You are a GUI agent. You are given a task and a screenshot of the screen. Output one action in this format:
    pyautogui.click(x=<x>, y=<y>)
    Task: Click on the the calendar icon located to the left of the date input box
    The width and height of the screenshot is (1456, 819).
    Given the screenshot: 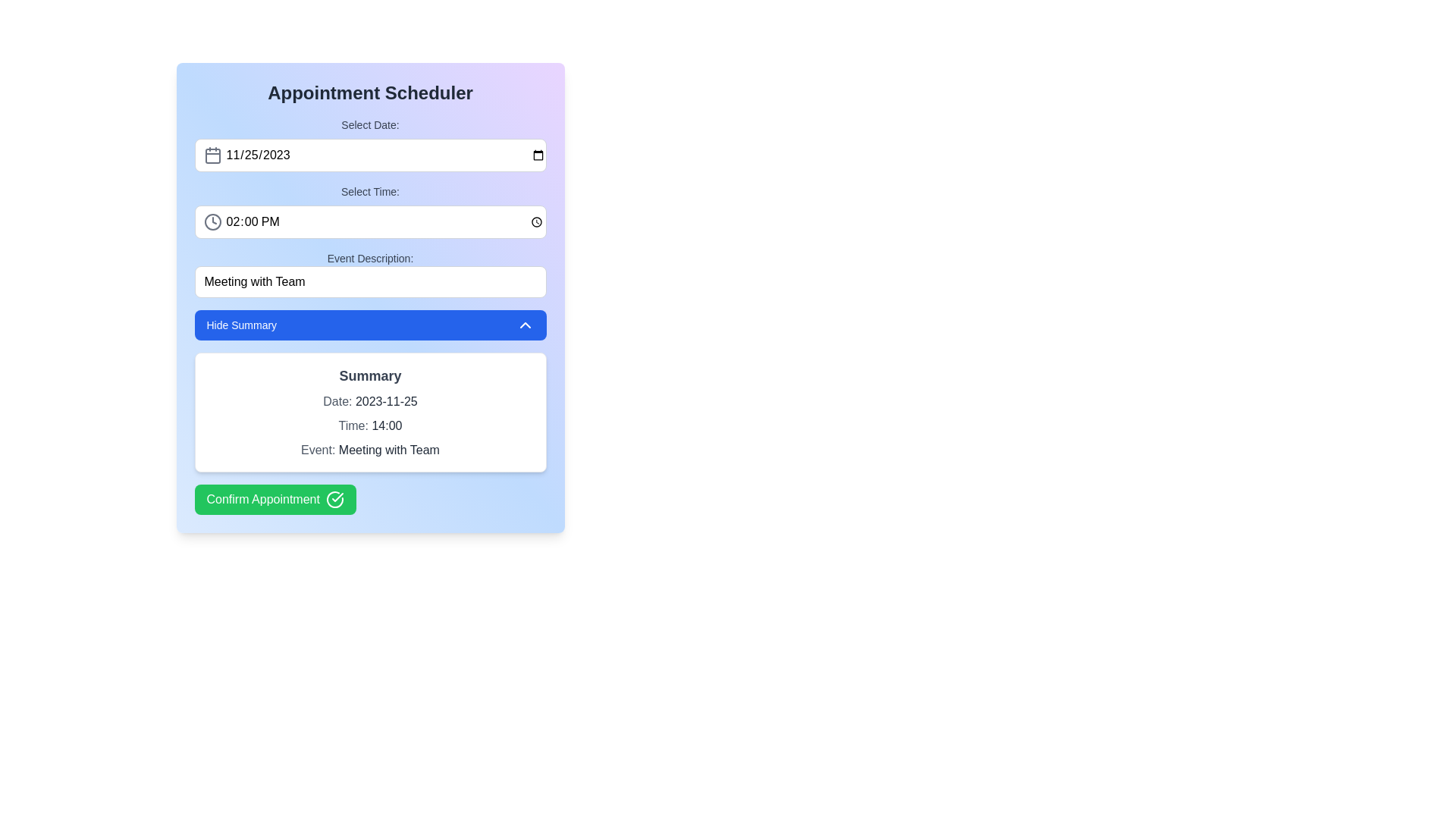 What is the action you would take?
    pyautogui.click(x=212, y=155)
    